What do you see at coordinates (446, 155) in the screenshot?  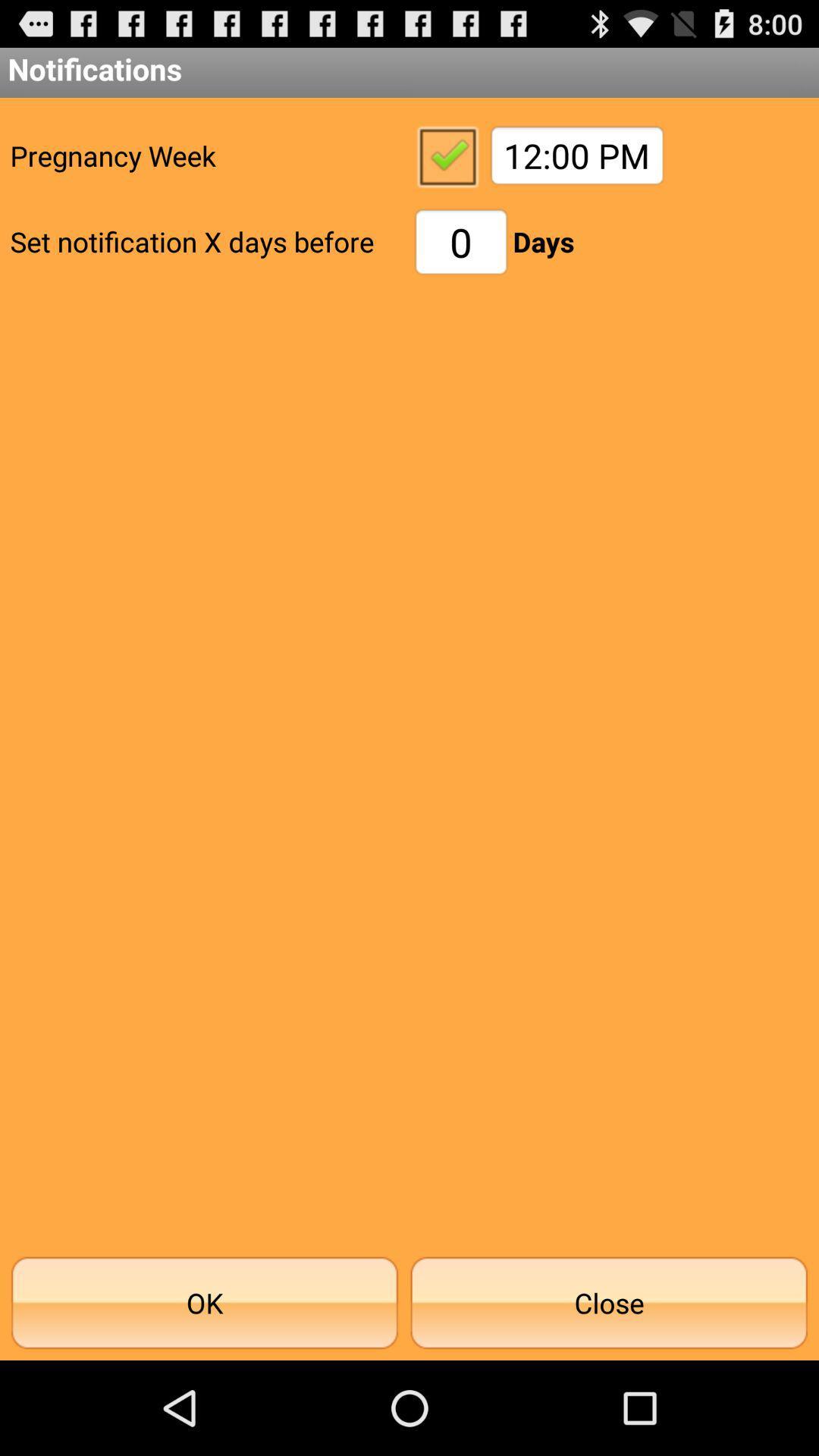 I see `icon to the left of 12:00 pm app` at bounding box center [446, 155].